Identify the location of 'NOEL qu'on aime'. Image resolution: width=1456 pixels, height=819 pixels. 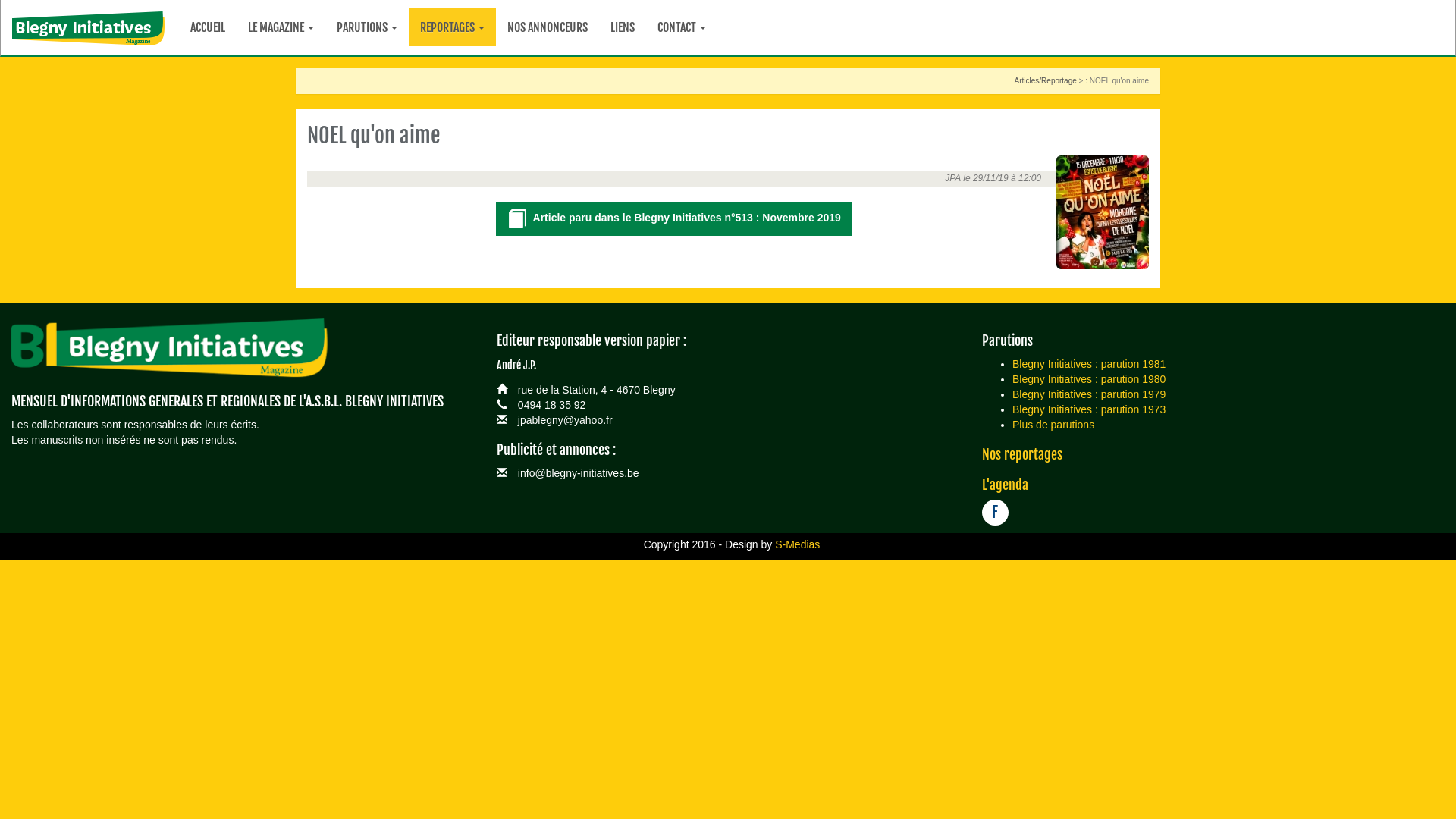
(1103, 212).